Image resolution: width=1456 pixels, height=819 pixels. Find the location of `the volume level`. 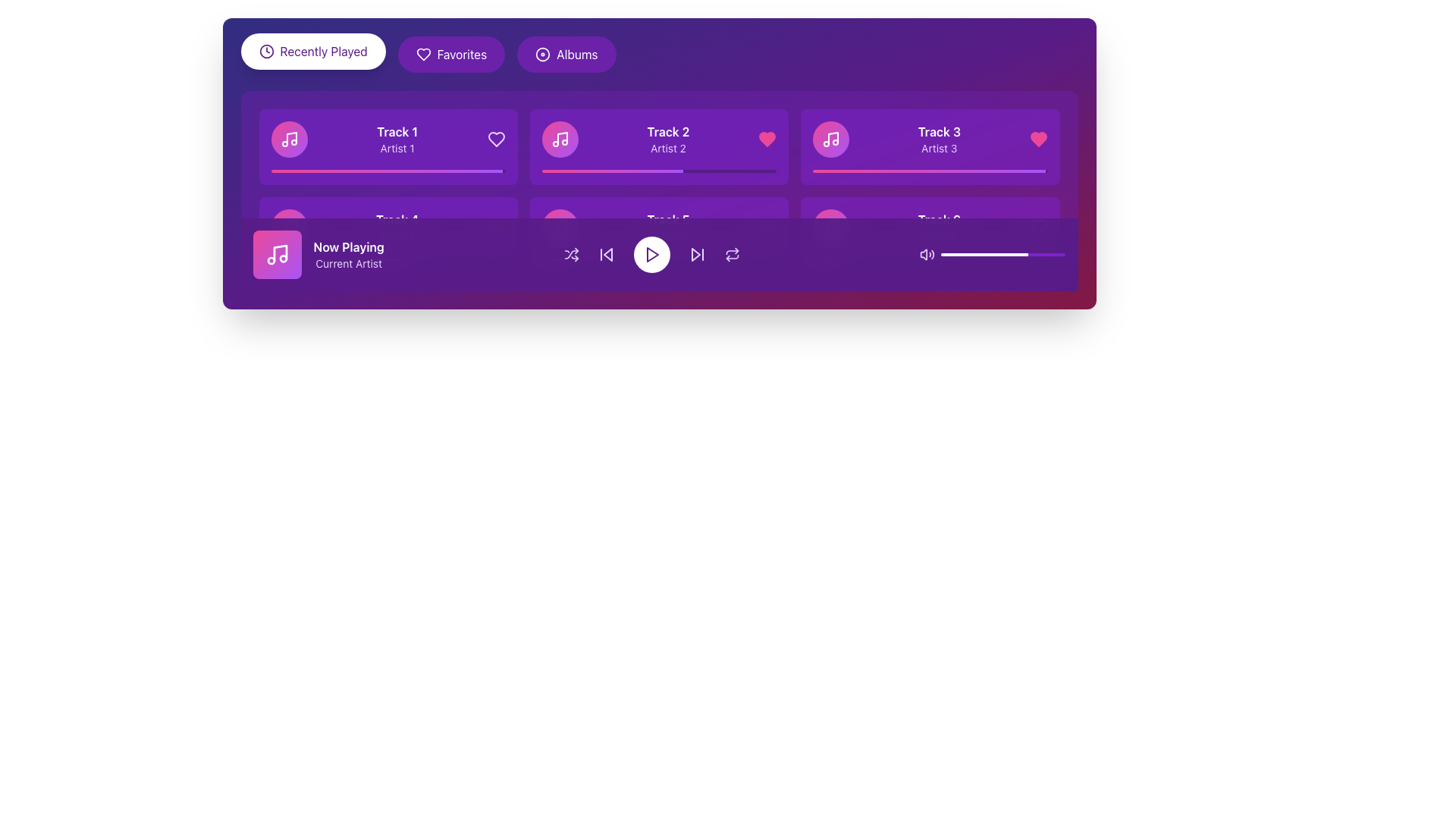

the volume level is located at coordinates (978, 253).